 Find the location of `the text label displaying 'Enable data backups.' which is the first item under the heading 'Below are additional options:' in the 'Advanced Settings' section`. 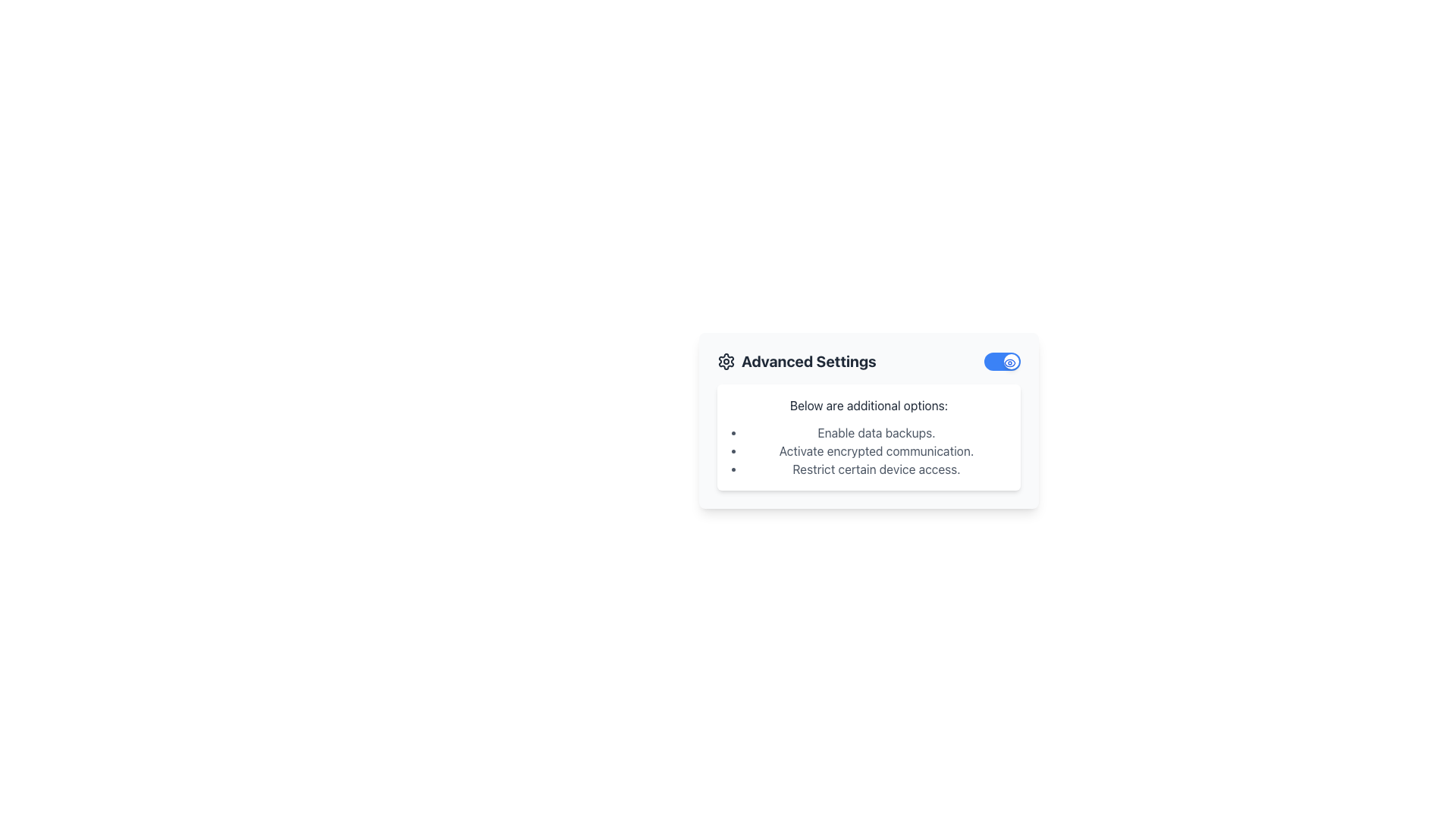

the text label displaying 'Enable data backups.' which is the first item under the heading 'Below are additional options:' in the 'Advanced Settings' section is located at coordinates (877, 432).